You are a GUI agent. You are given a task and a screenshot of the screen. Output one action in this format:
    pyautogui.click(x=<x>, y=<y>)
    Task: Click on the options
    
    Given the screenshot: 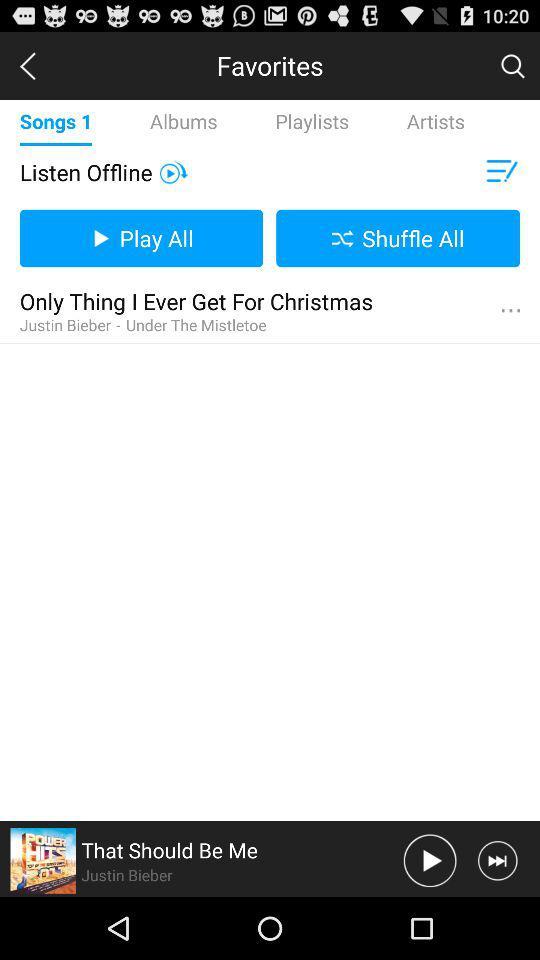 What is the action you would take?
    pyautogui.click(x=510, y=311)
    